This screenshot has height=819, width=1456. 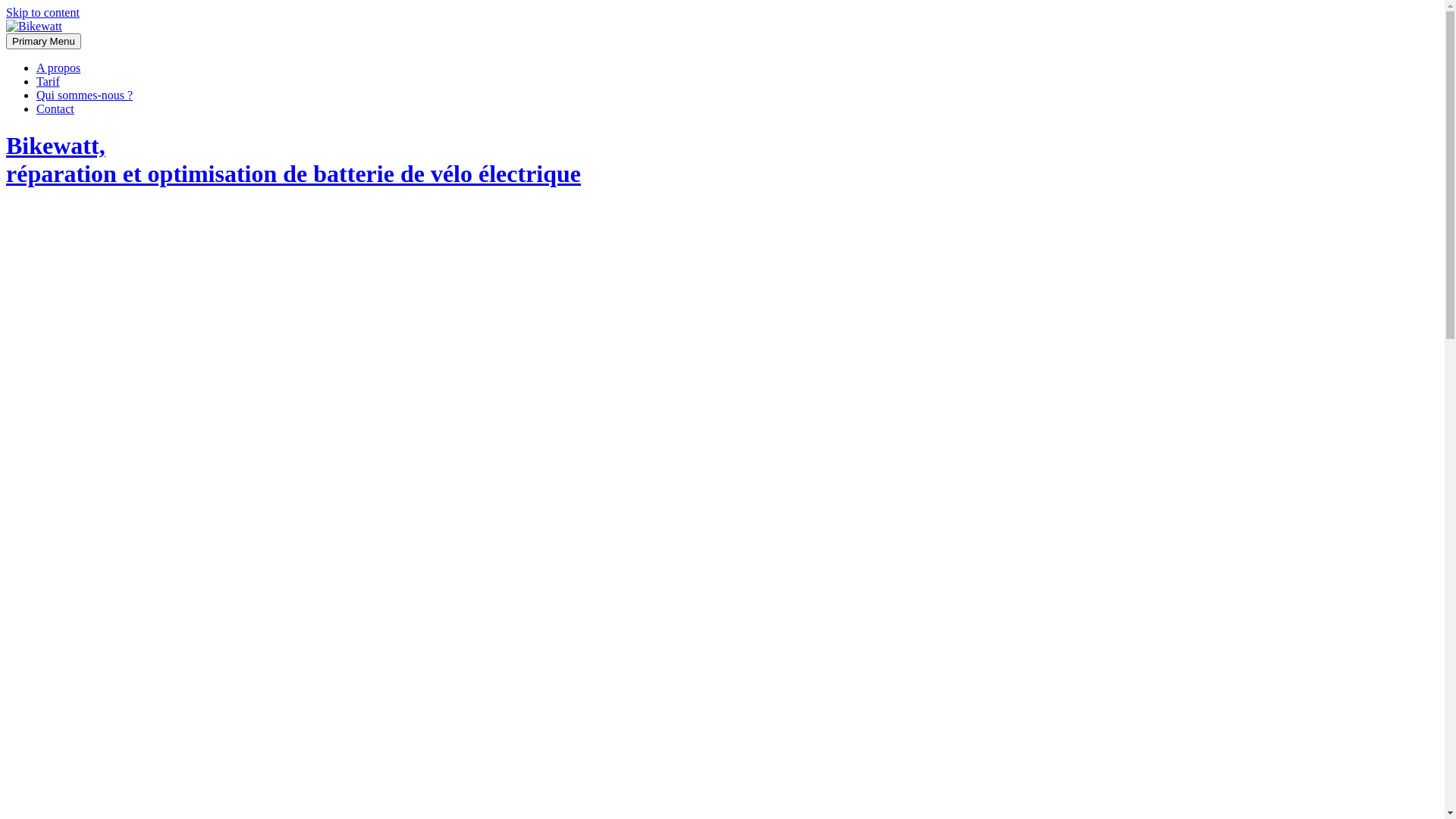 What do you see at coordinates (48, 81) in the screenshot?
I see `'Tarif'` at bounding box center [48, 81].